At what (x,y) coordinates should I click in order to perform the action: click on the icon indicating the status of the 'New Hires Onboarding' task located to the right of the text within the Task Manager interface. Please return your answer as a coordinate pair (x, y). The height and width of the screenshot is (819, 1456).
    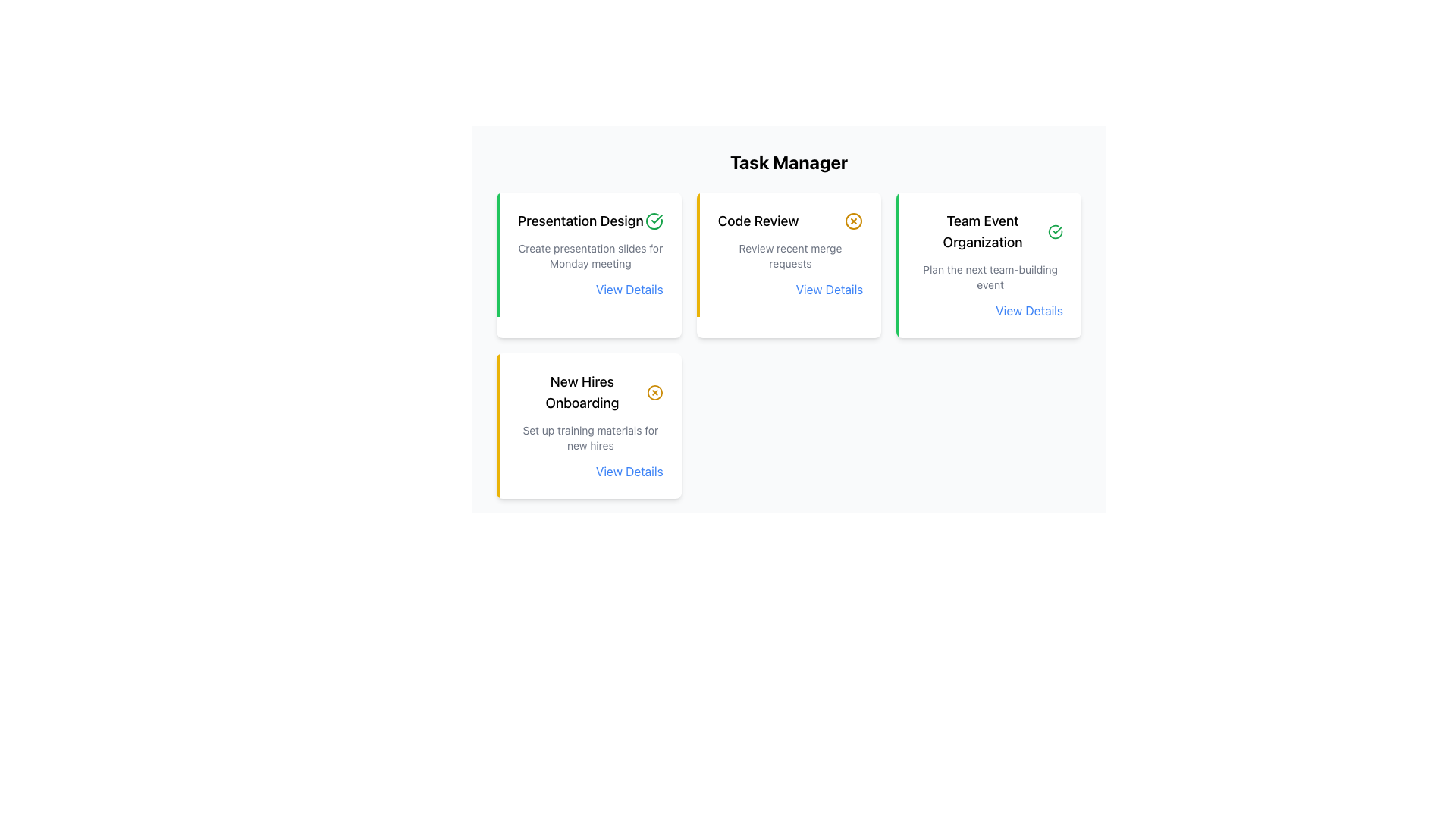
    Looking at the image, I should click on (654, 391).